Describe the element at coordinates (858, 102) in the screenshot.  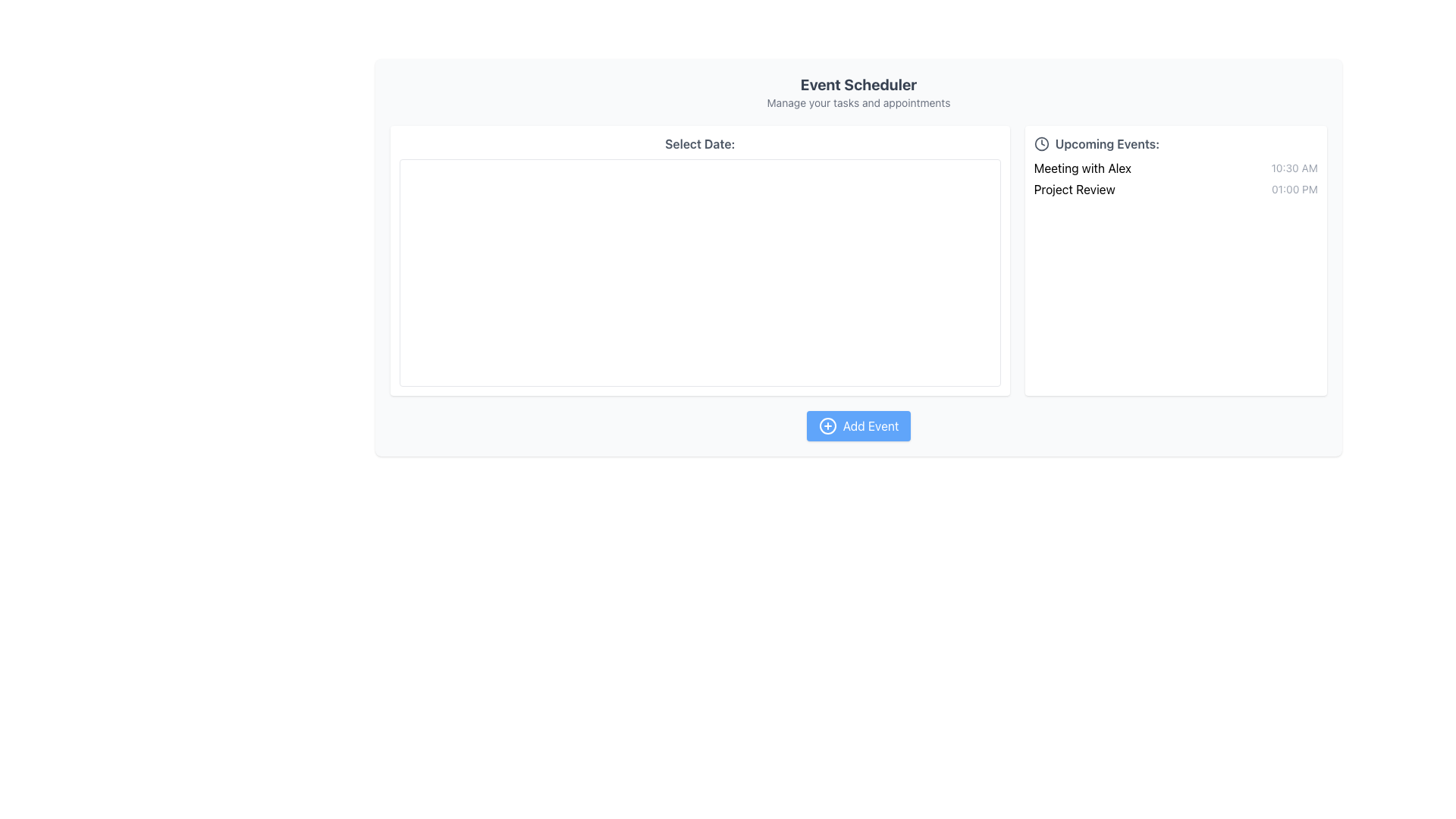
I see `the label displaying 'Manage your tasks and appointments', which is located beneath the main heading 'Event Scheduler' in muted gray font` at that location.